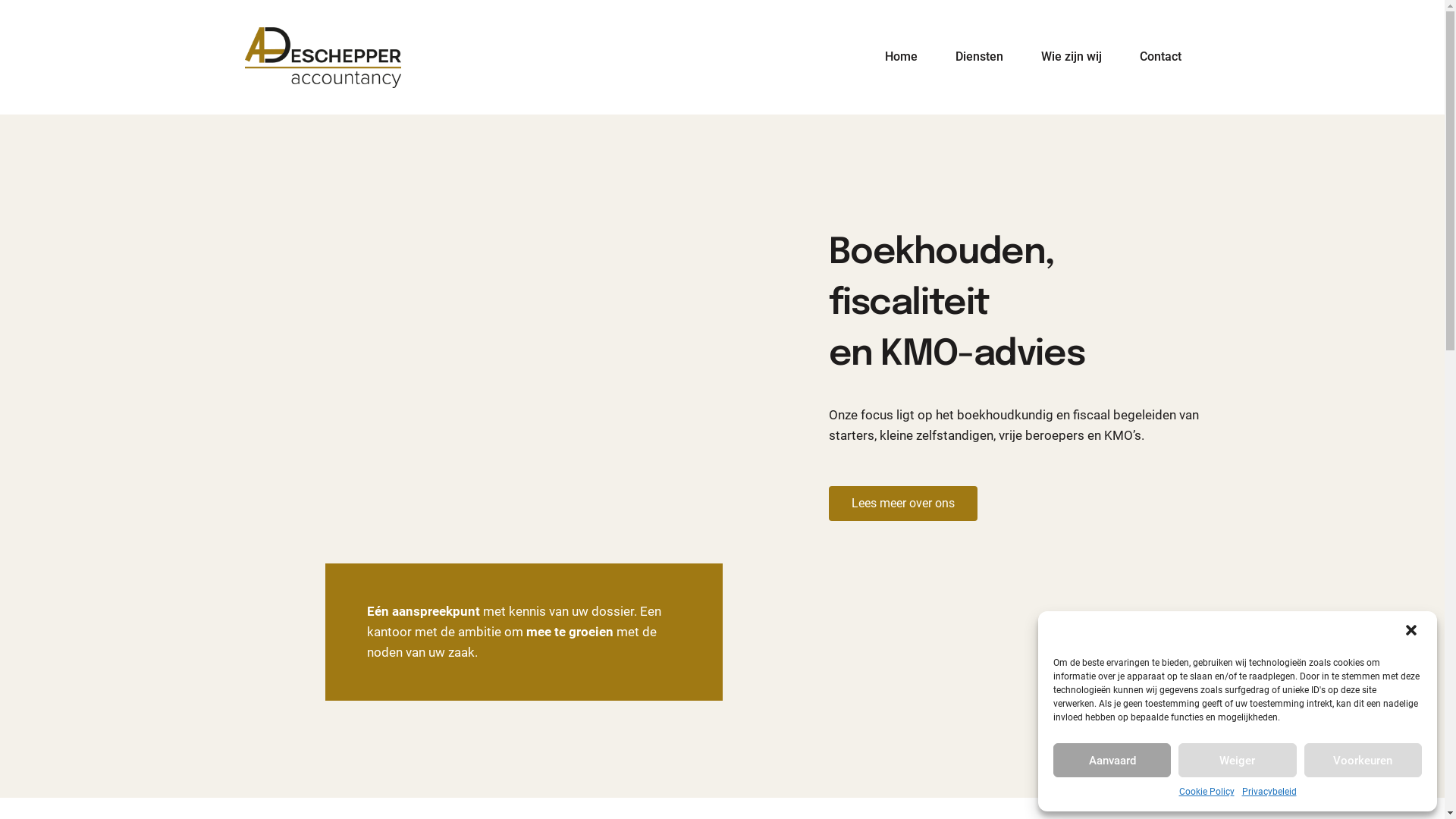  What do you see at coordinates (901, 56) in the screenshot?
I see `'Home'` at bounding box center [901, 56].